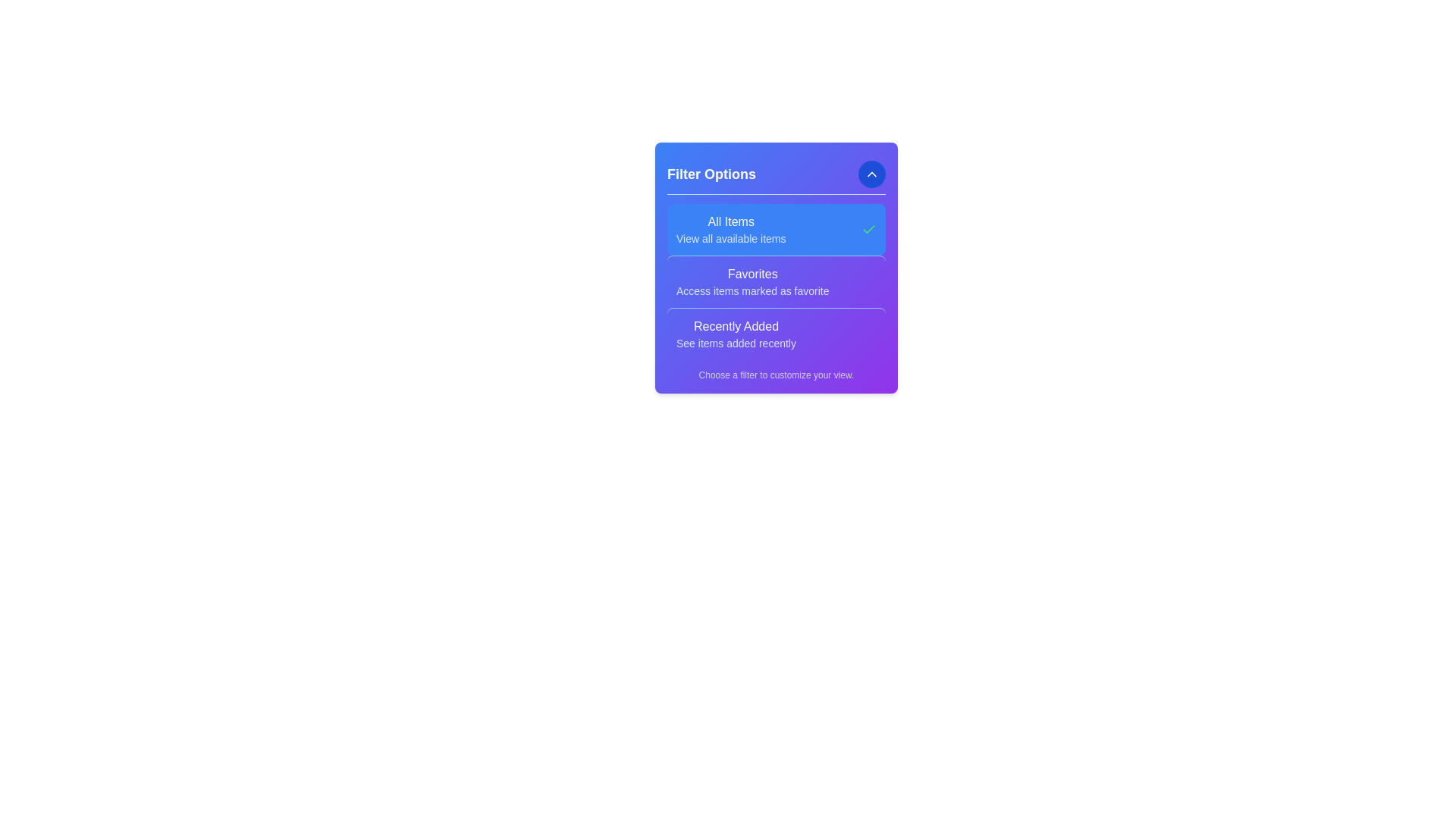  I want to click on the filter option Favorites from the menu, so click(752, 281).